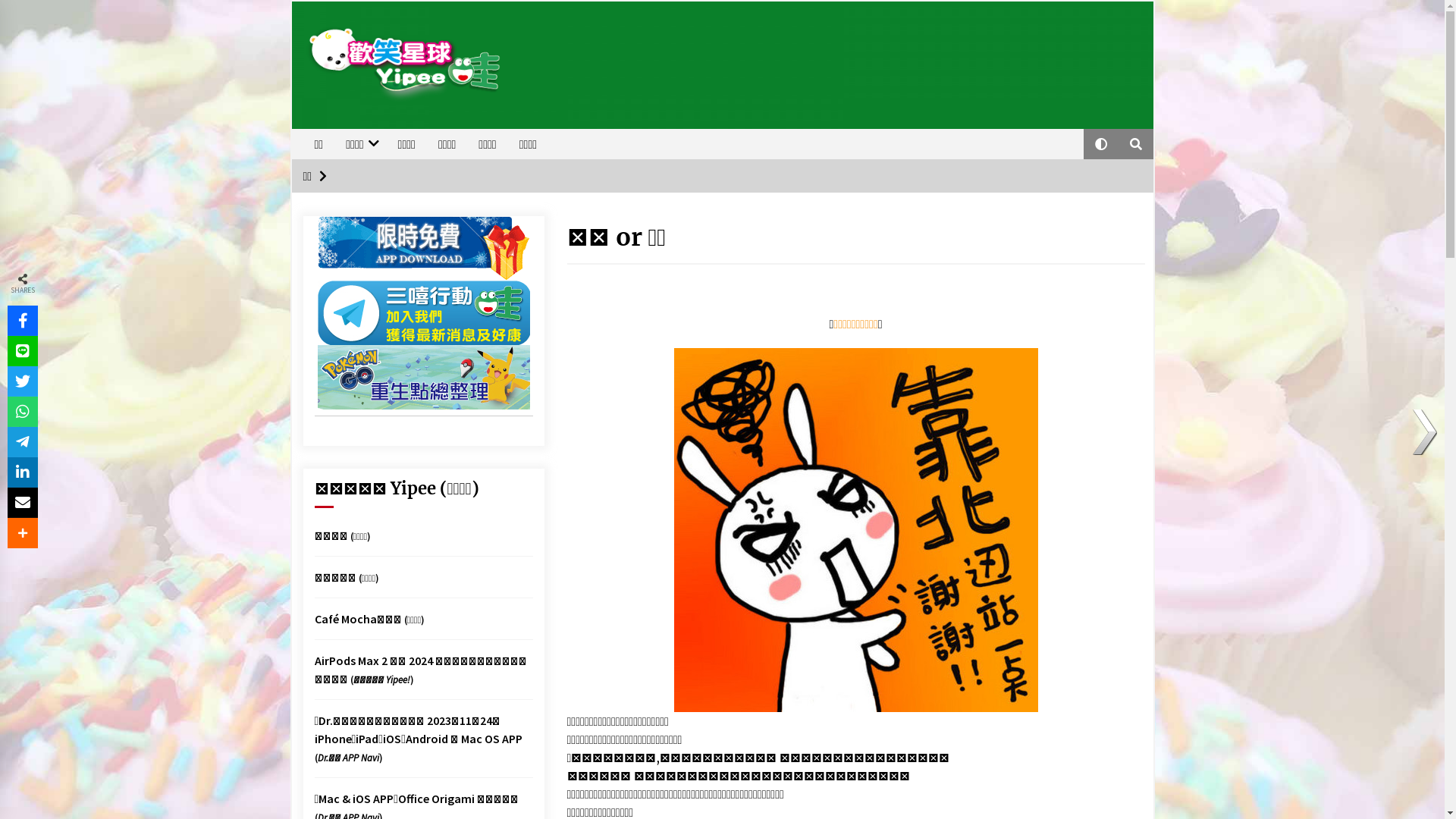 This screenshot has width=1456, height=819. Describe the element at coordinates (22, 472) in the screenshot. I see `'Add this to LinkedIn'` at that location.